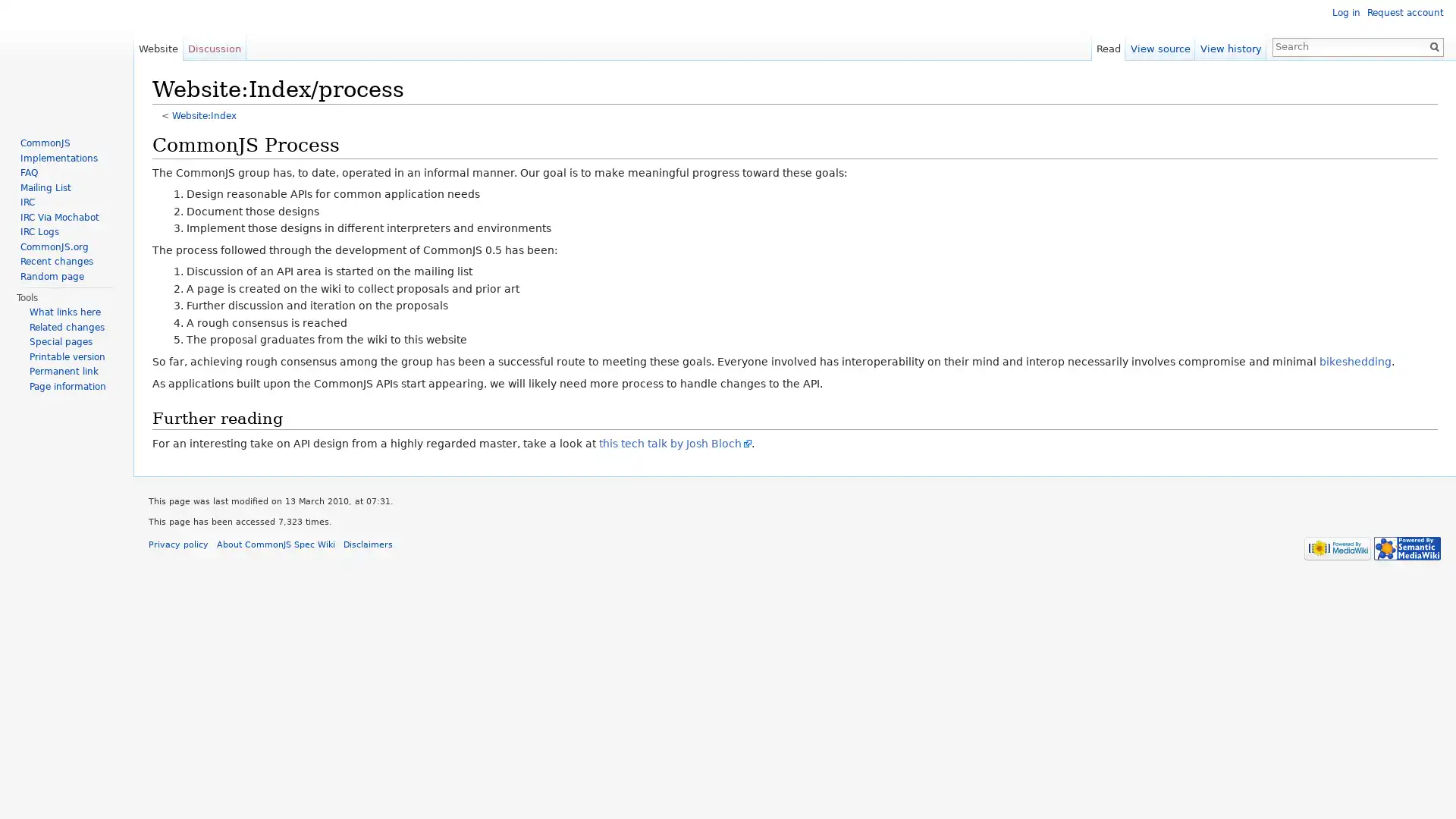 This screenshot has width=1456, height=819. Describe the element at coordinates (1433, 45) in the screenshot. I see `Go` at that location.